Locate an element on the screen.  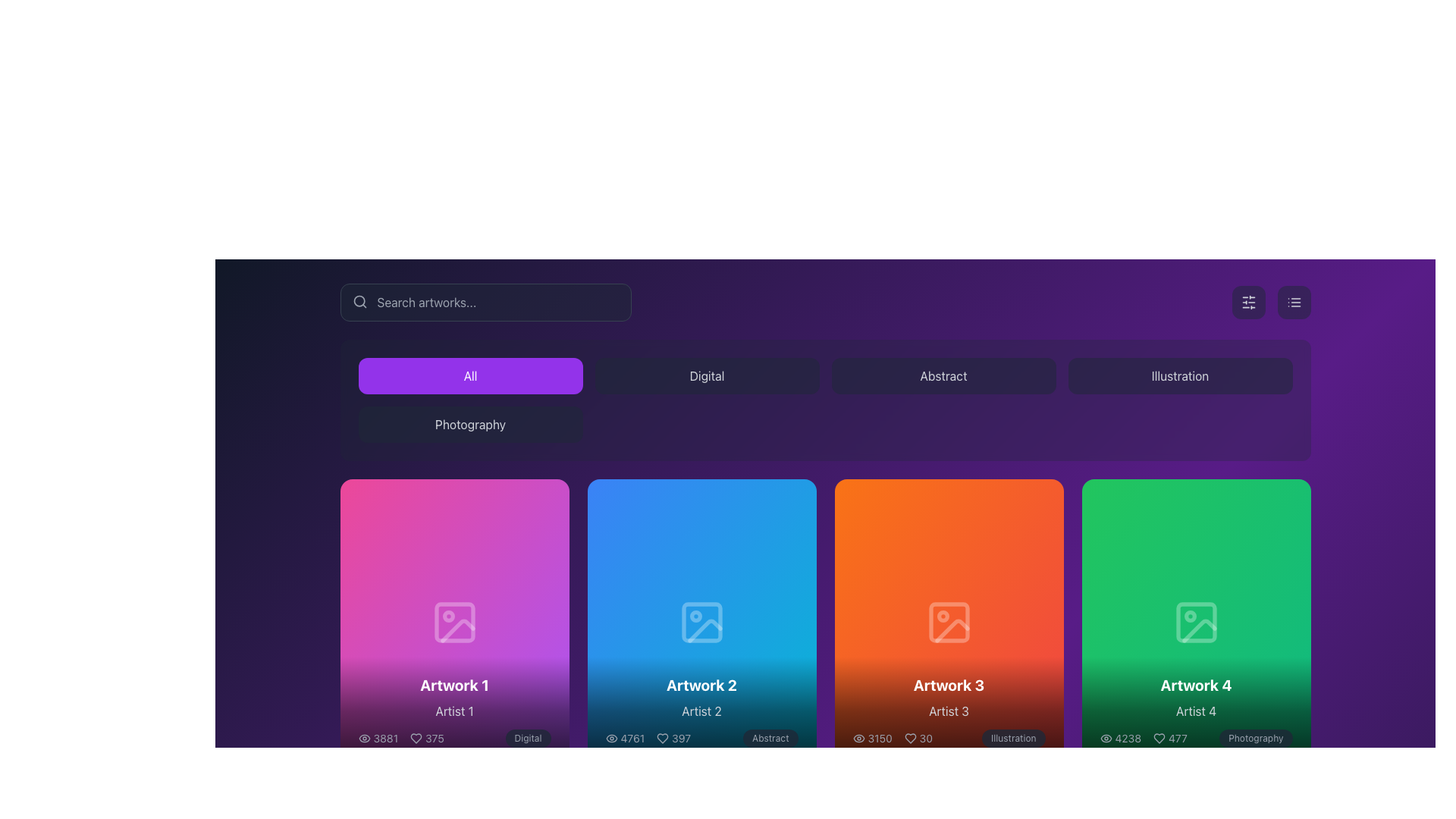
the download icon located in the upper right corner of the fourth artwork card, which is enclosed in a circular clickable region, to initiate a download is located at coordinates (1195, 622).